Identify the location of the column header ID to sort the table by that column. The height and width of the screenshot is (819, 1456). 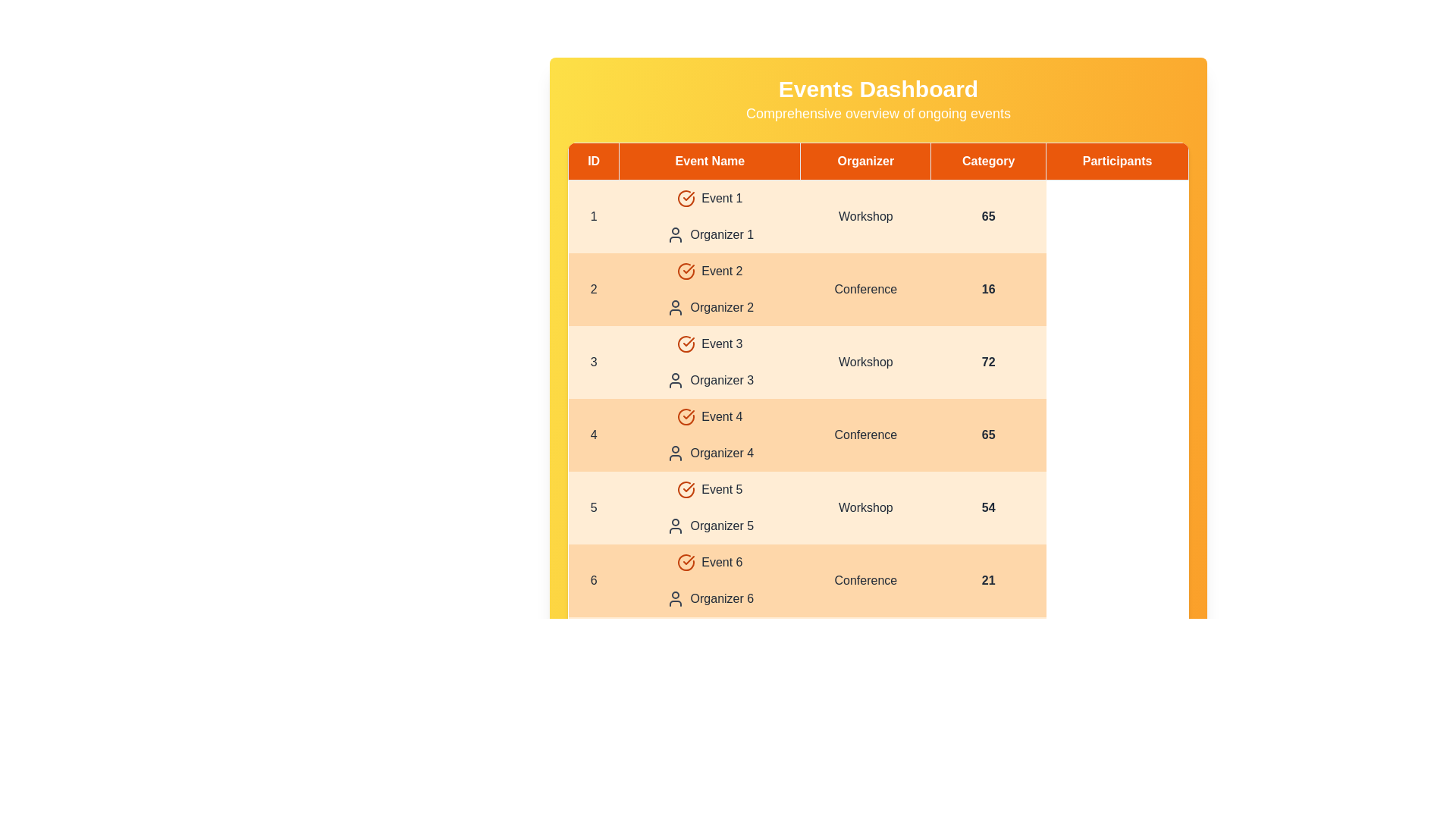
(592, 161).